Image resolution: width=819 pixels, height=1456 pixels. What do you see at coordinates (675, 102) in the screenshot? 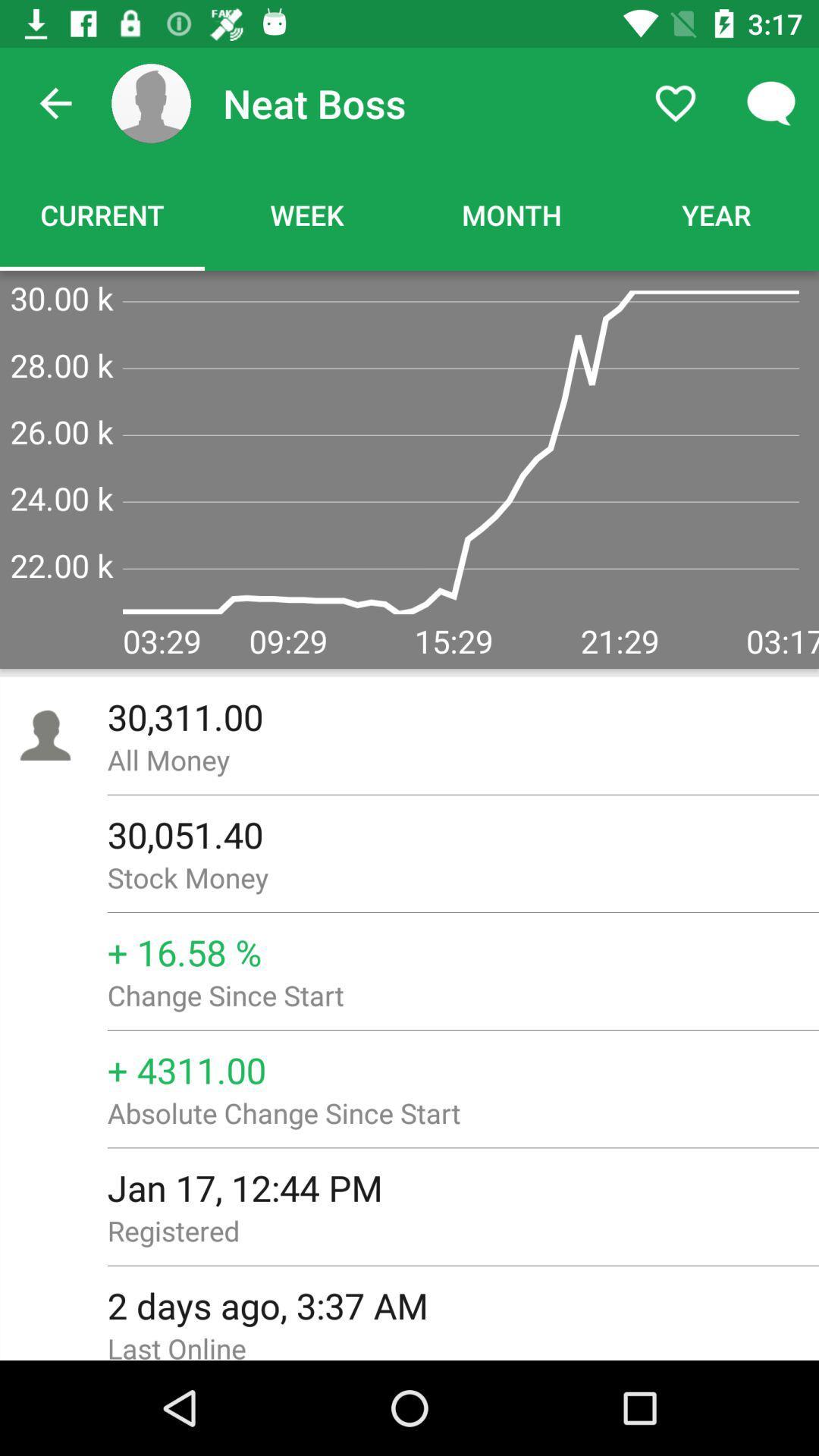
I see `the item to the right of neat boss icon` at bounding box center [675, 102].